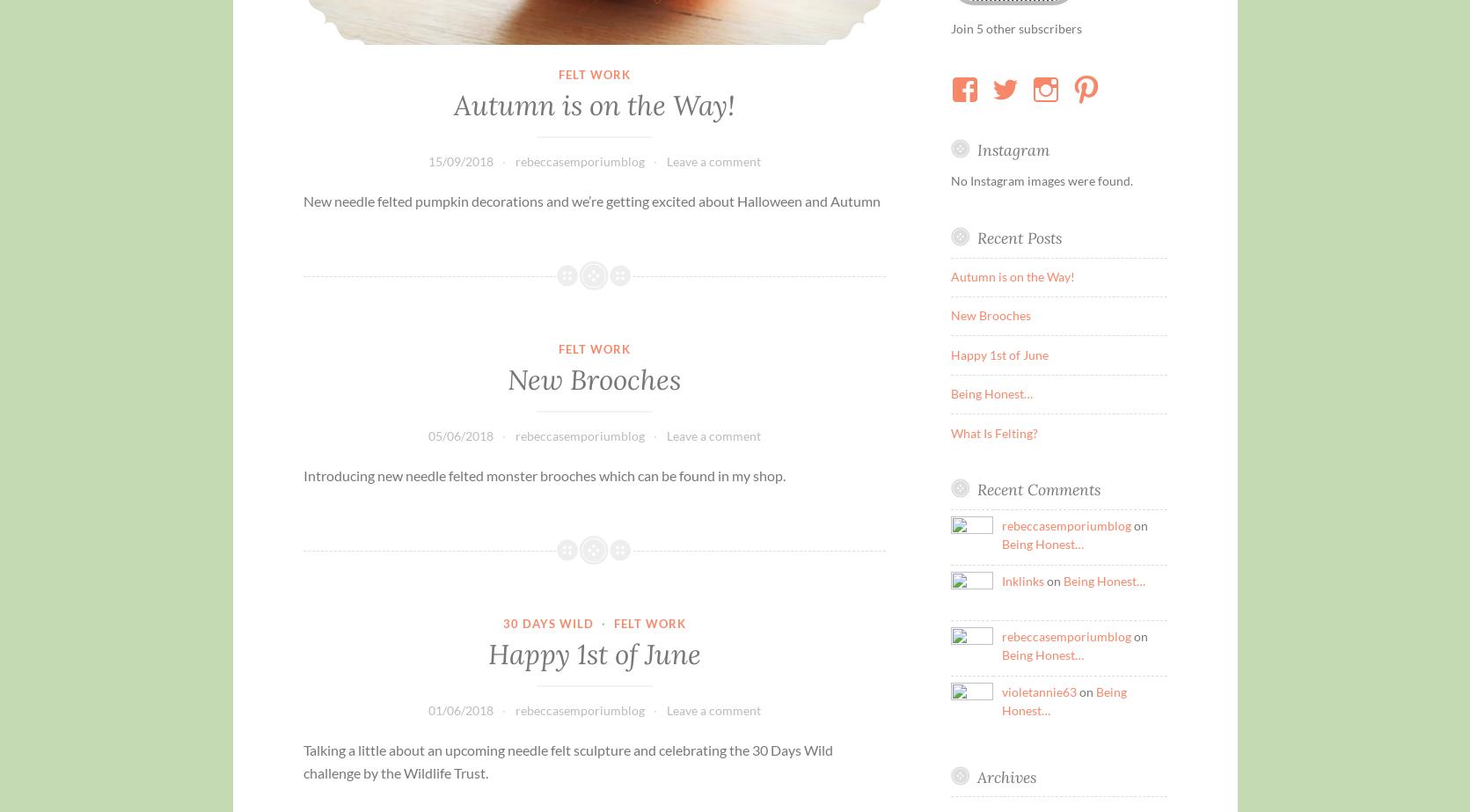  Describe the element at coordinates (1019, 237) in the screenshot. I see `'Recent Posts'` at that location.